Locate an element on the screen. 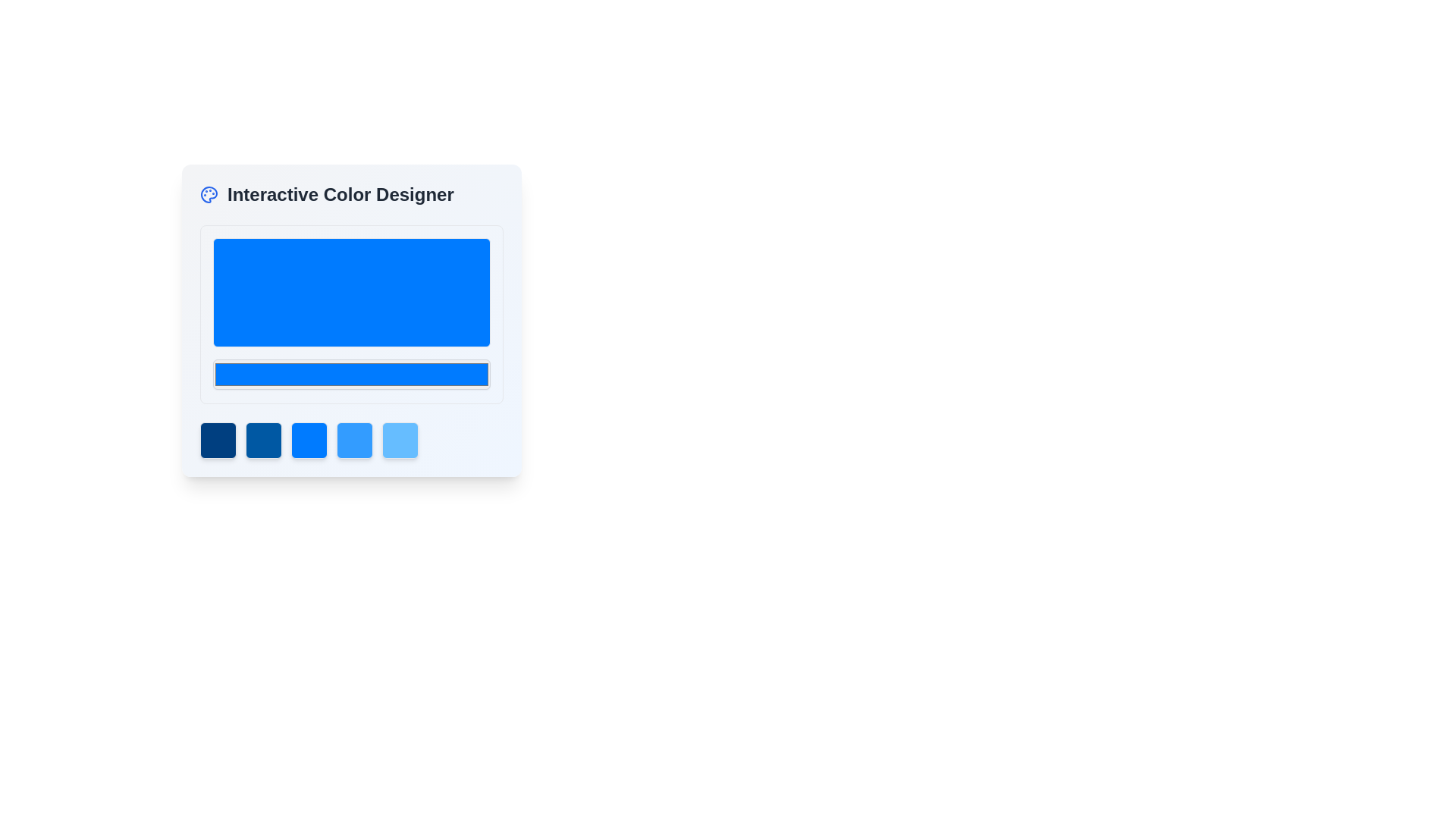 This screenshot has width=1456, height=819. the central button is located at coordinates (309, 441).